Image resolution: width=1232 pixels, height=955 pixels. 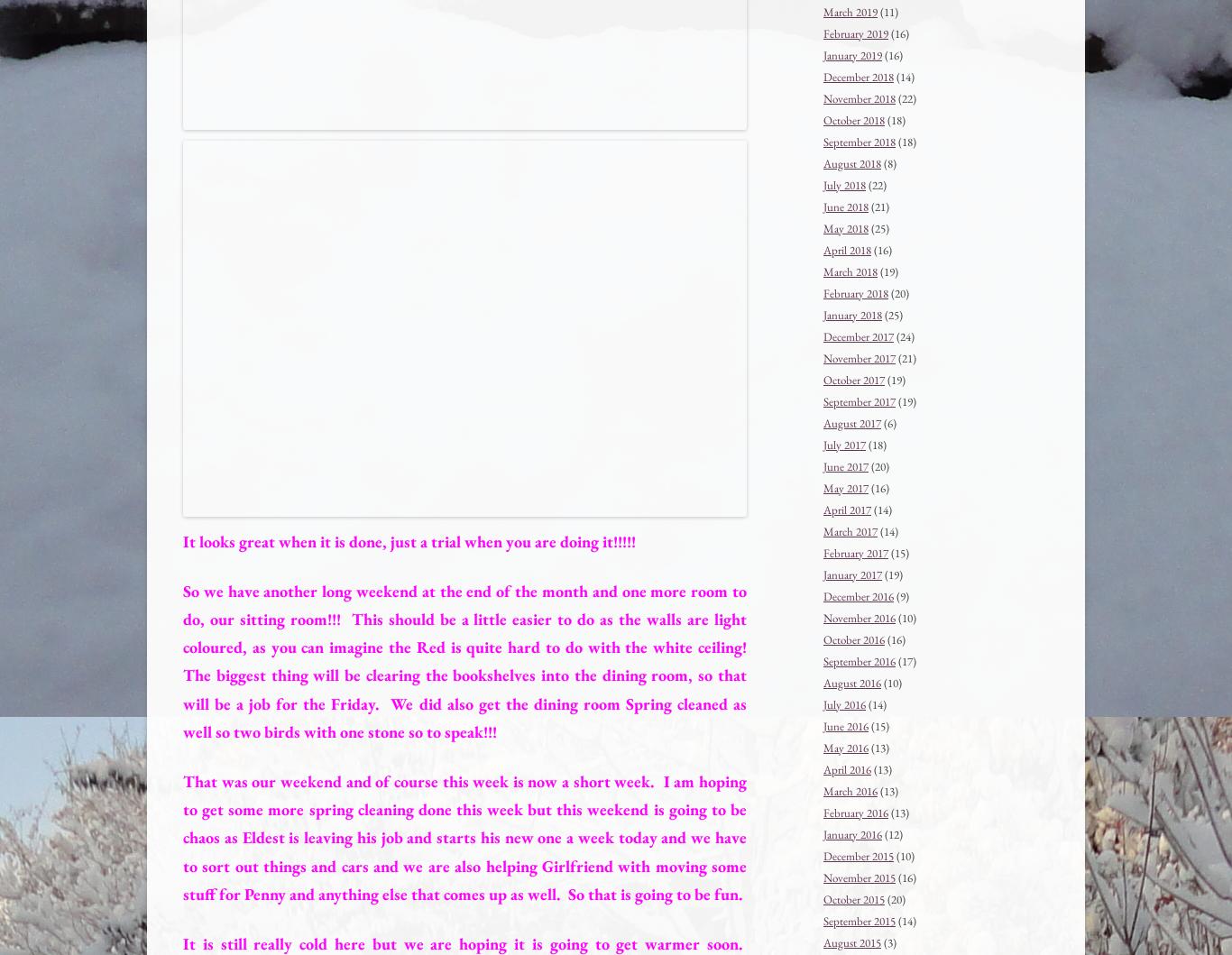 What do you see at coordinates (823, 183) in the screenshot?
I see `'July 2018'` at bounding box center [823, 183].